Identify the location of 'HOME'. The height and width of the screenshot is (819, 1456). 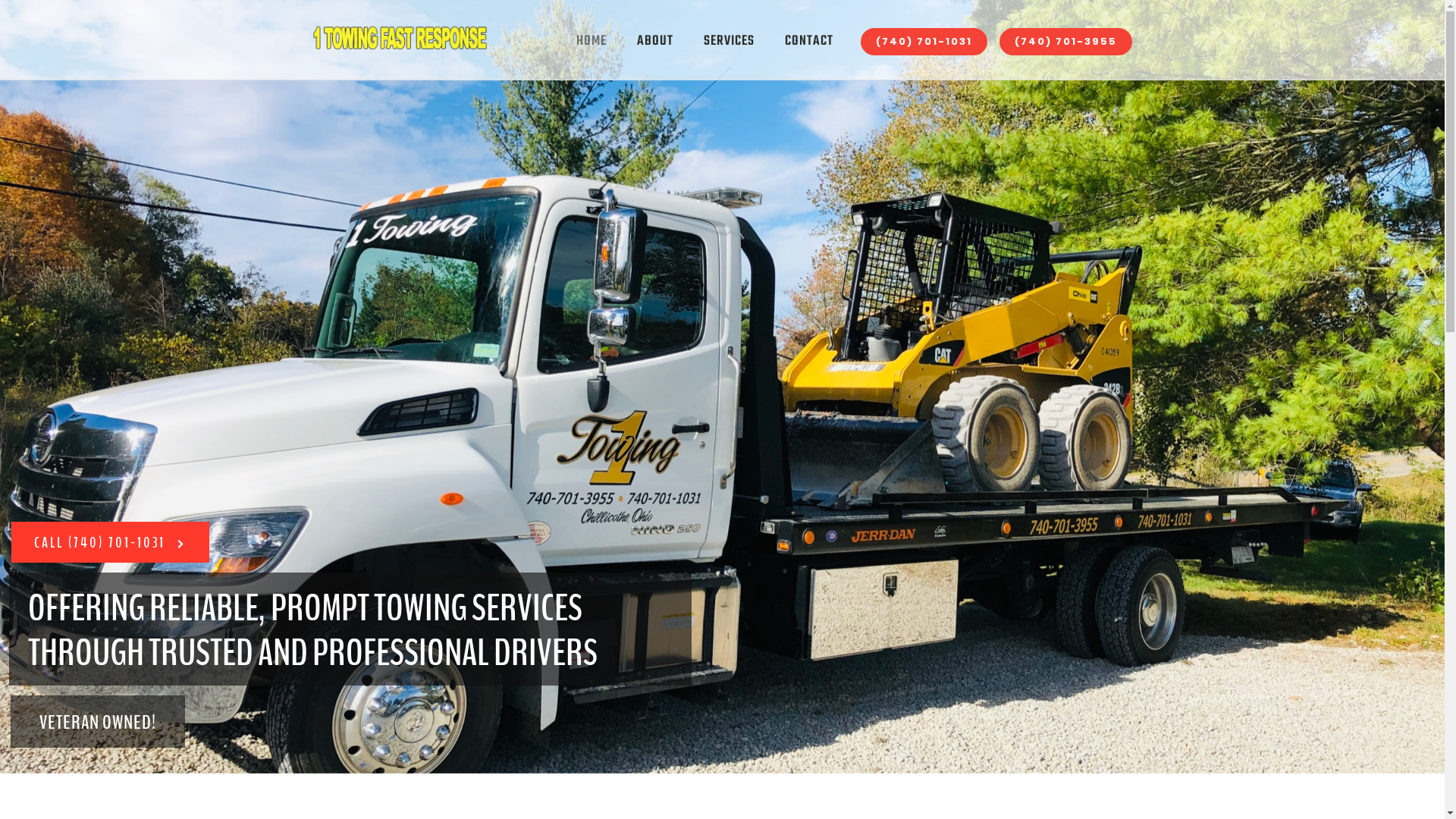
(590, 40).